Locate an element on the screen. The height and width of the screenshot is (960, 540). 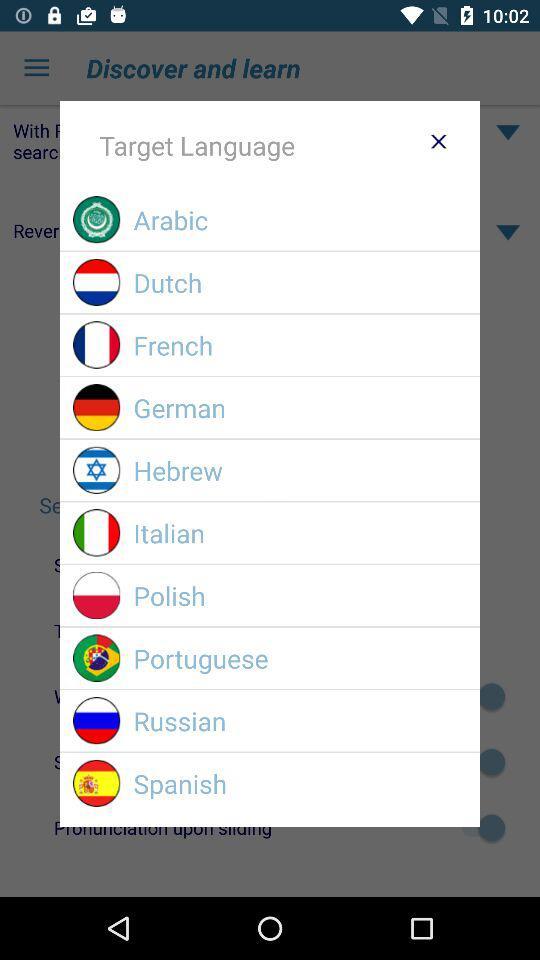
the russian is located at coordinates (299, 720).